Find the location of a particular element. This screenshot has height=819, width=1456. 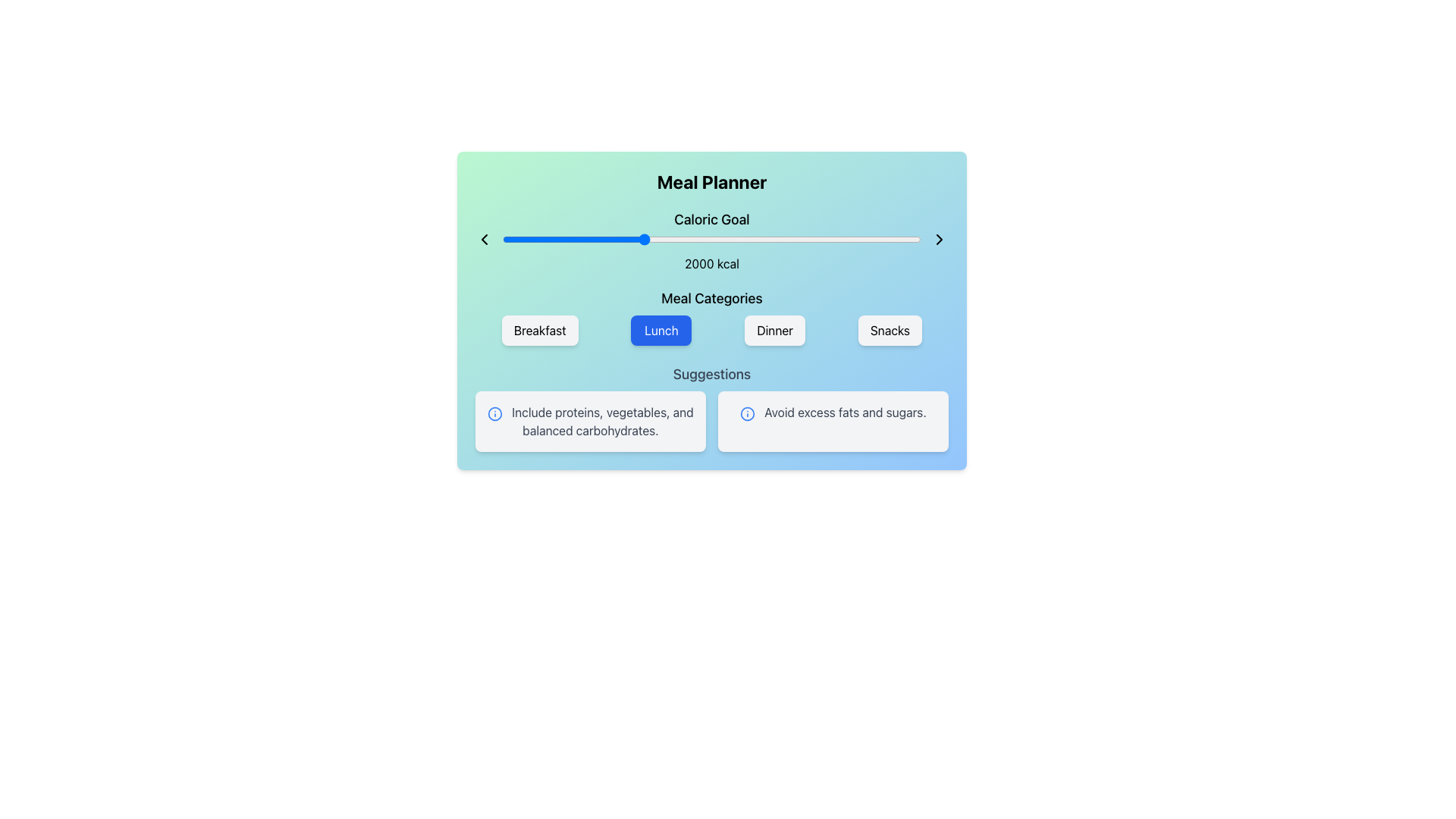

text content from the Text Component with Informative Cards located at the bottom center of the 'Meal Planner' card, which provides guidance and recommendations for food choices is located at coordinates (711, 406).